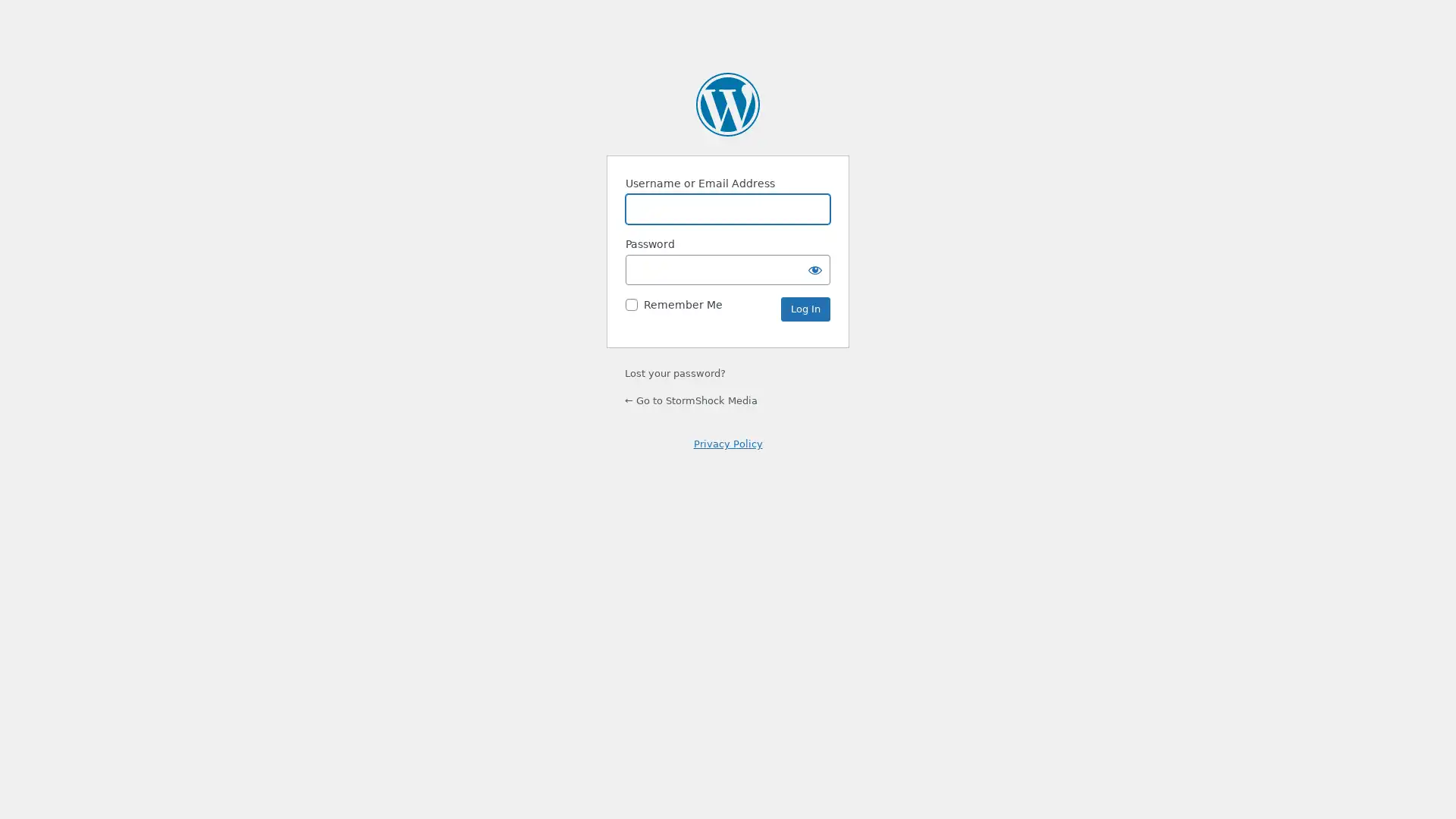  What do you see at coordinates (805, 309) in the screenshot?
I see `Log In` at bounding box center [805, 309].